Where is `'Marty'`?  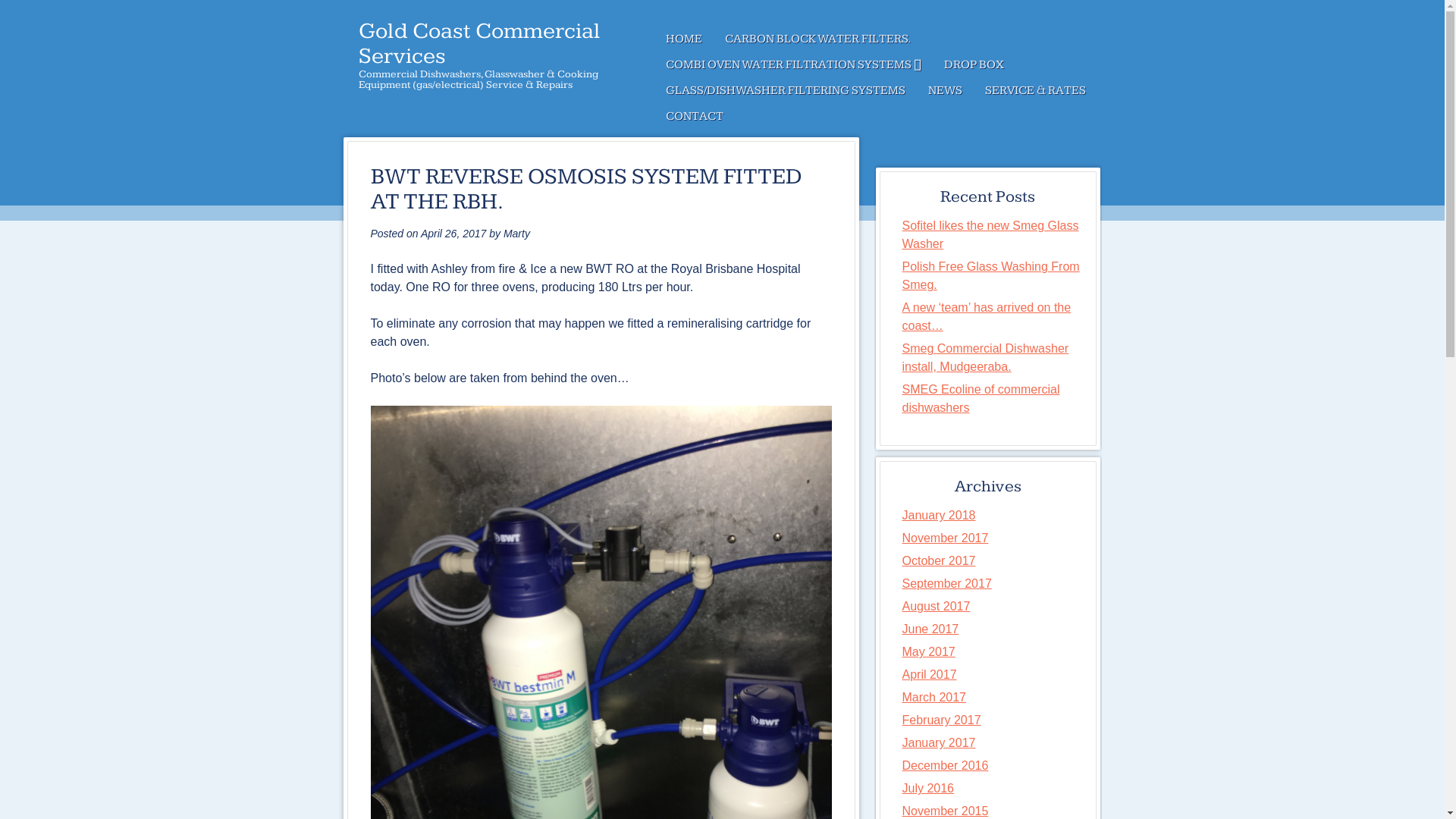
'Marty' is located at coordinates (516, 234).